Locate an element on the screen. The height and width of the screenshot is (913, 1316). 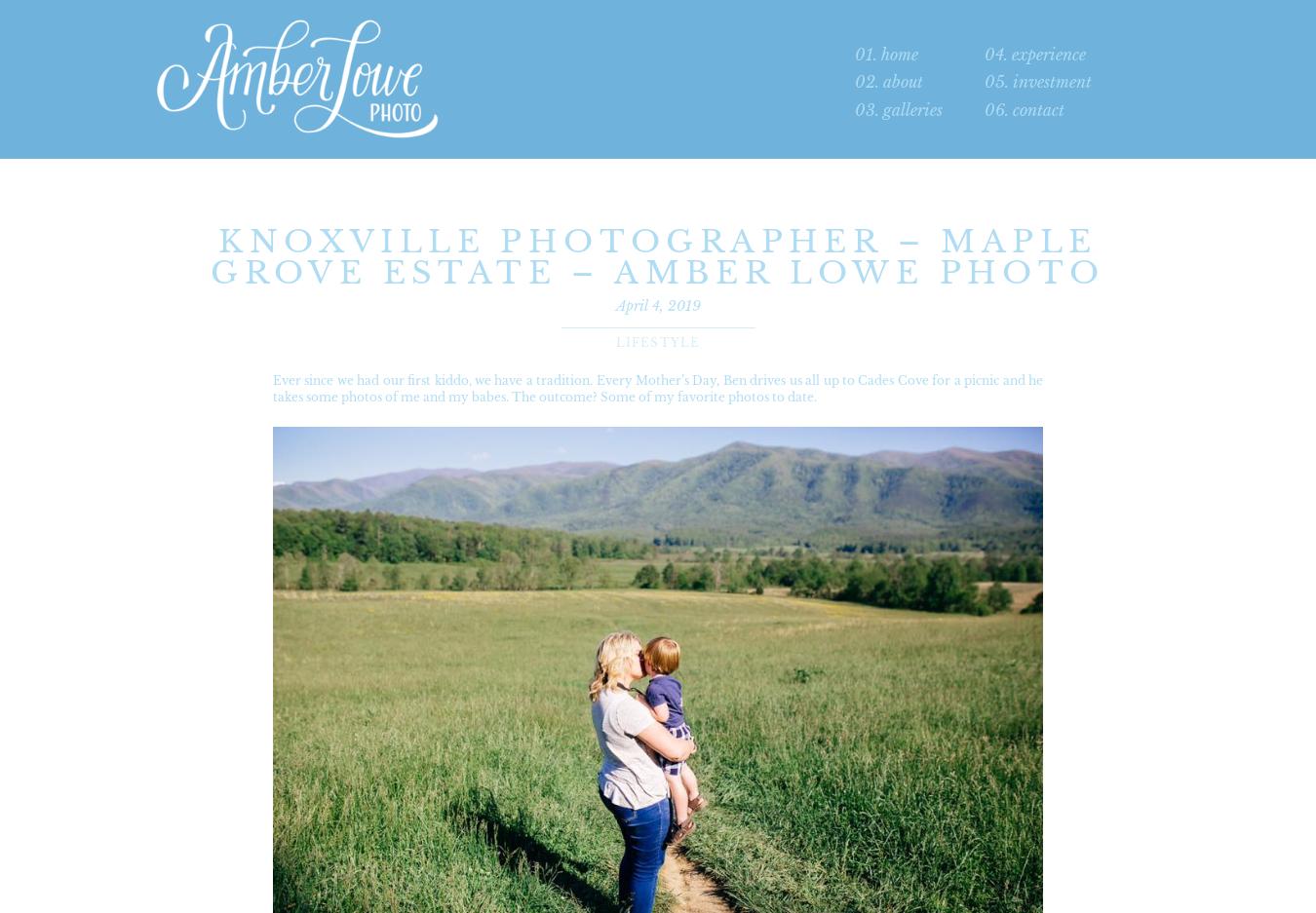
'06. contact' is located at coordinates (1024, 110).